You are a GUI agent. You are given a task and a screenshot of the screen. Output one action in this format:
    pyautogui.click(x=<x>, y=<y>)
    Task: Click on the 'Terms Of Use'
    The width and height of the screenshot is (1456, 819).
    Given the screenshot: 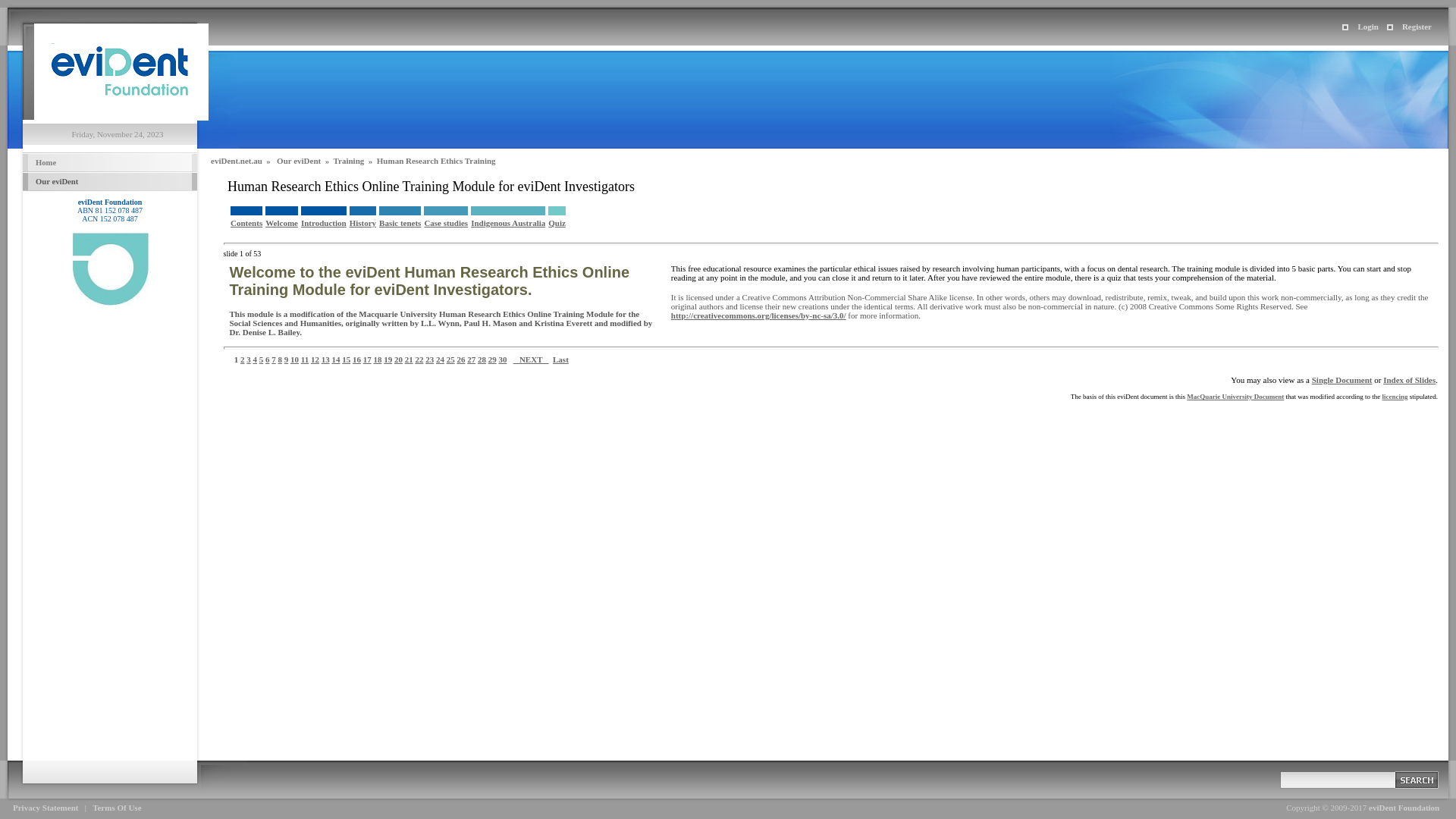 What is the action you would take?
    pyautogui.click(x=91, y=806)
    